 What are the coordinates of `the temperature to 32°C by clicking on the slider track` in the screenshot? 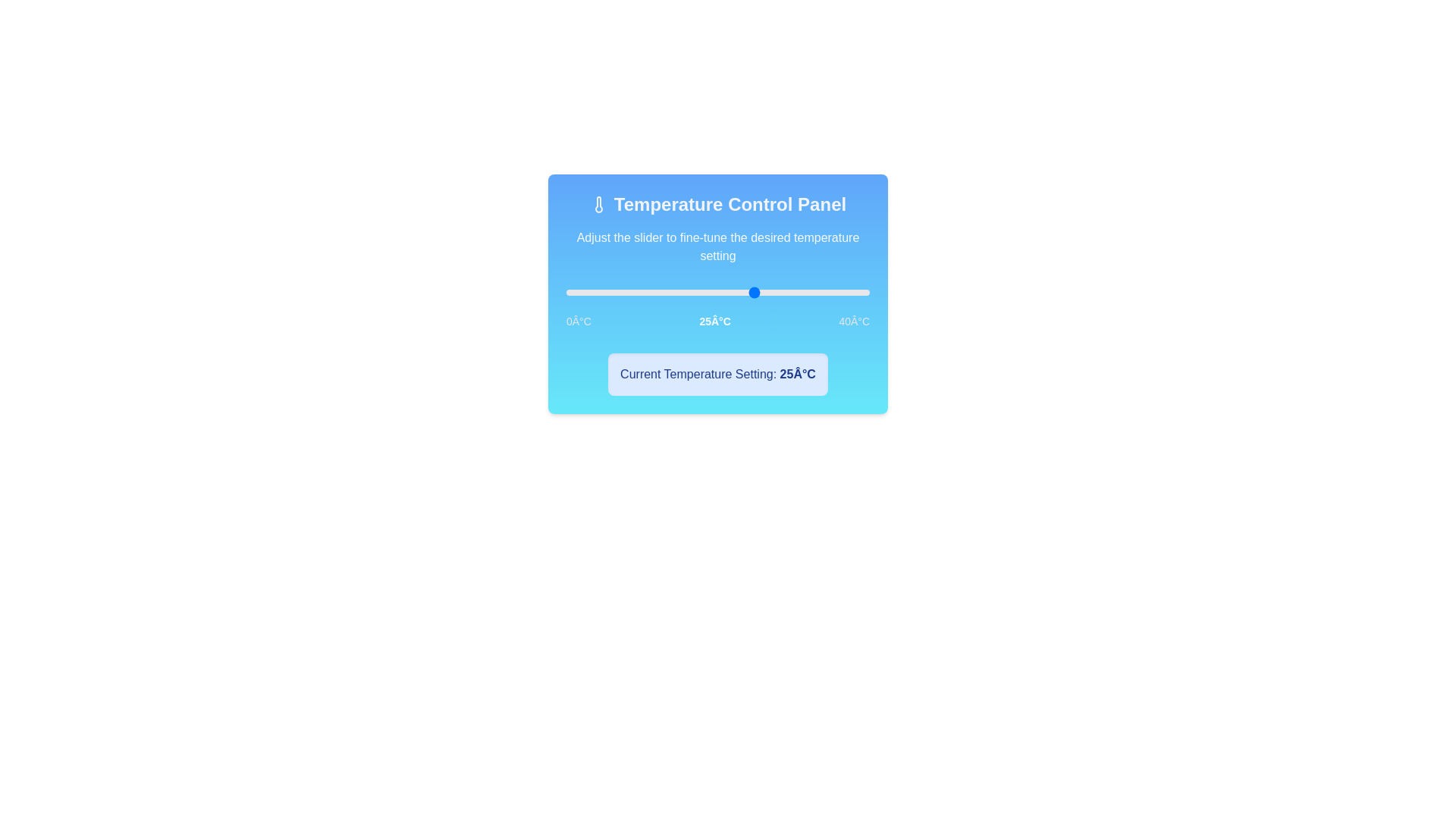 It's located at (808, 292).